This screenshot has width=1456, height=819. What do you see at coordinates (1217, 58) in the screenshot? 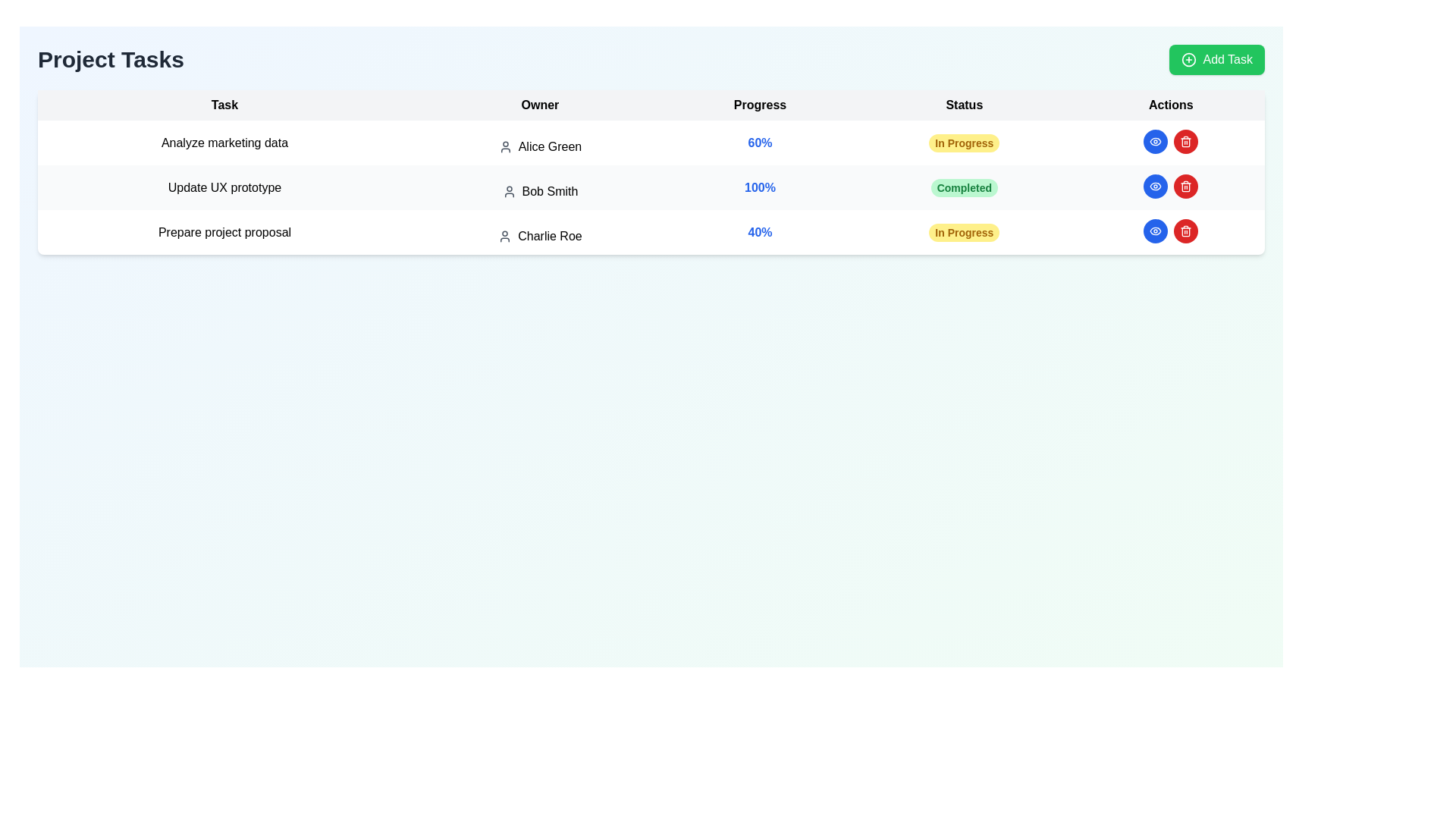
I see `the green 'Add Task' button with a white plus icon located in the top-right corner of the 'Project Tasks' section` at bounding box center [1217, 58].